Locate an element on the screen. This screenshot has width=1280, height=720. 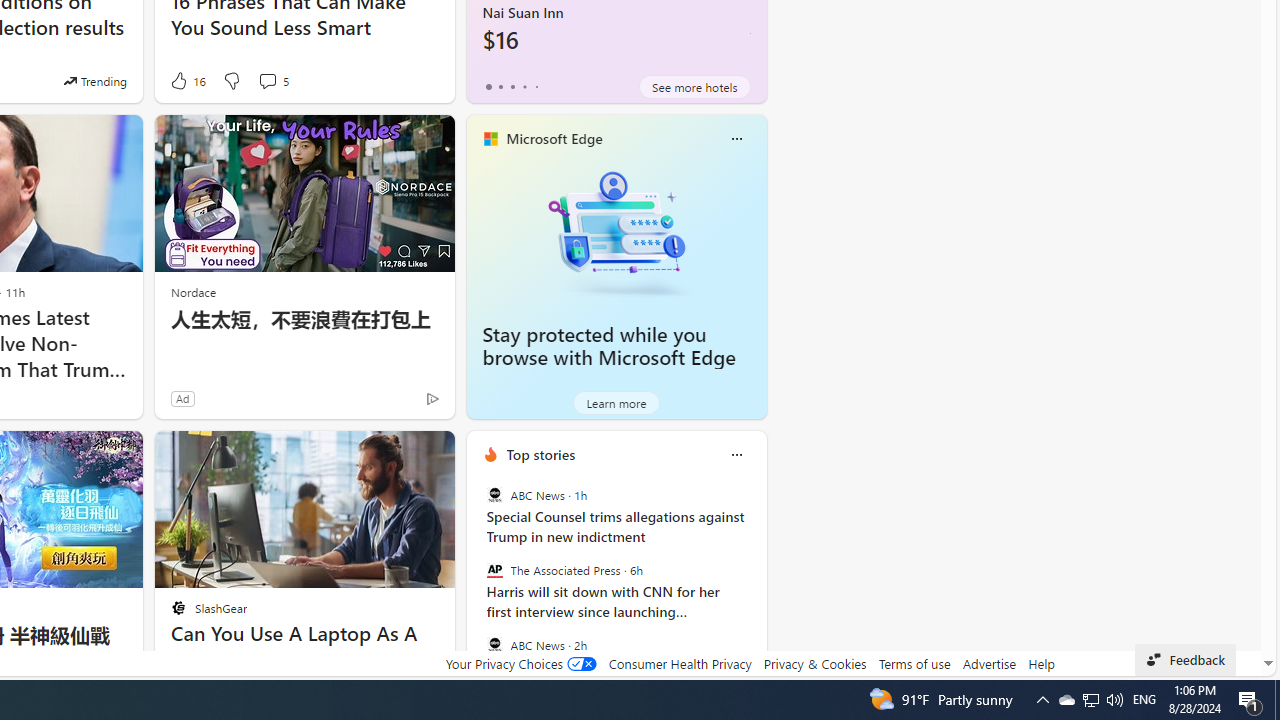
'Privacy & Cookies' is located at coordinates (814, 663).